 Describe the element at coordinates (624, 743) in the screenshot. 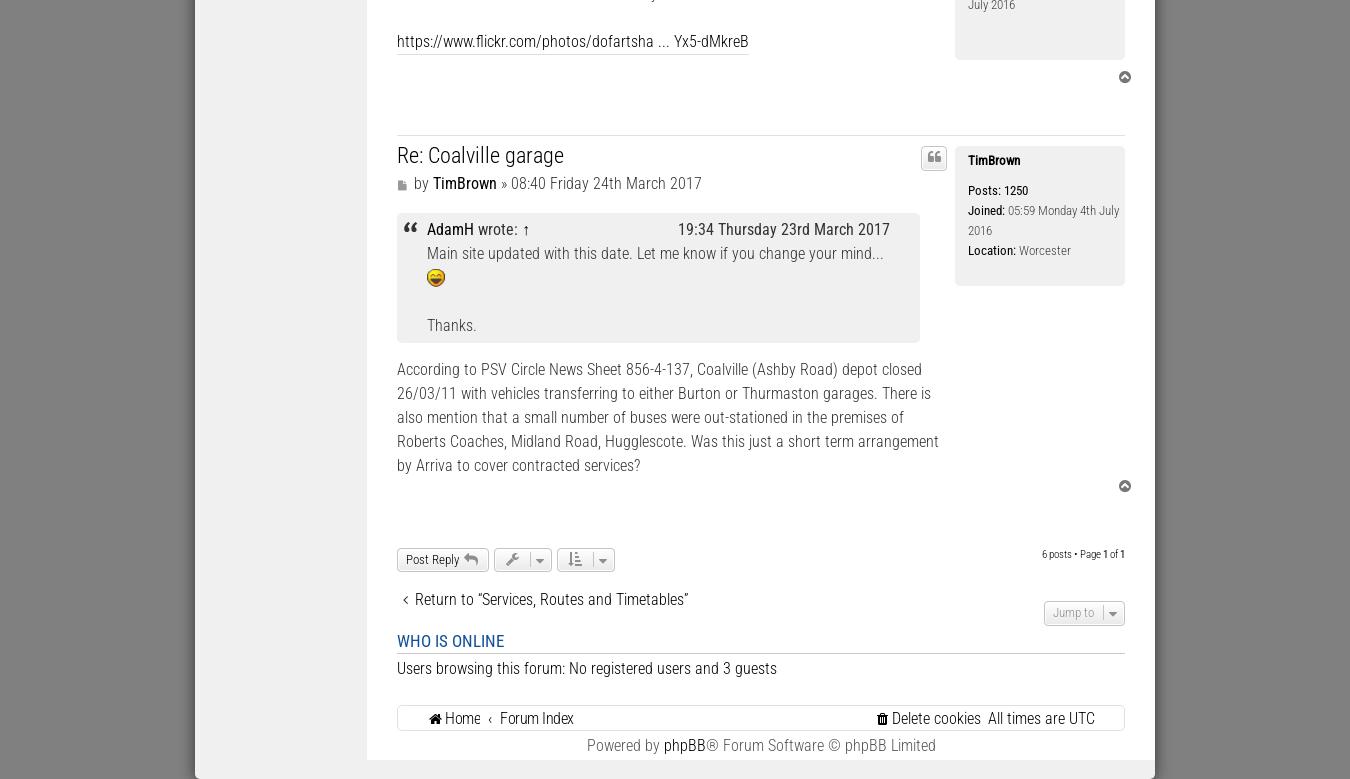

I see `'Powered by'` at that location.